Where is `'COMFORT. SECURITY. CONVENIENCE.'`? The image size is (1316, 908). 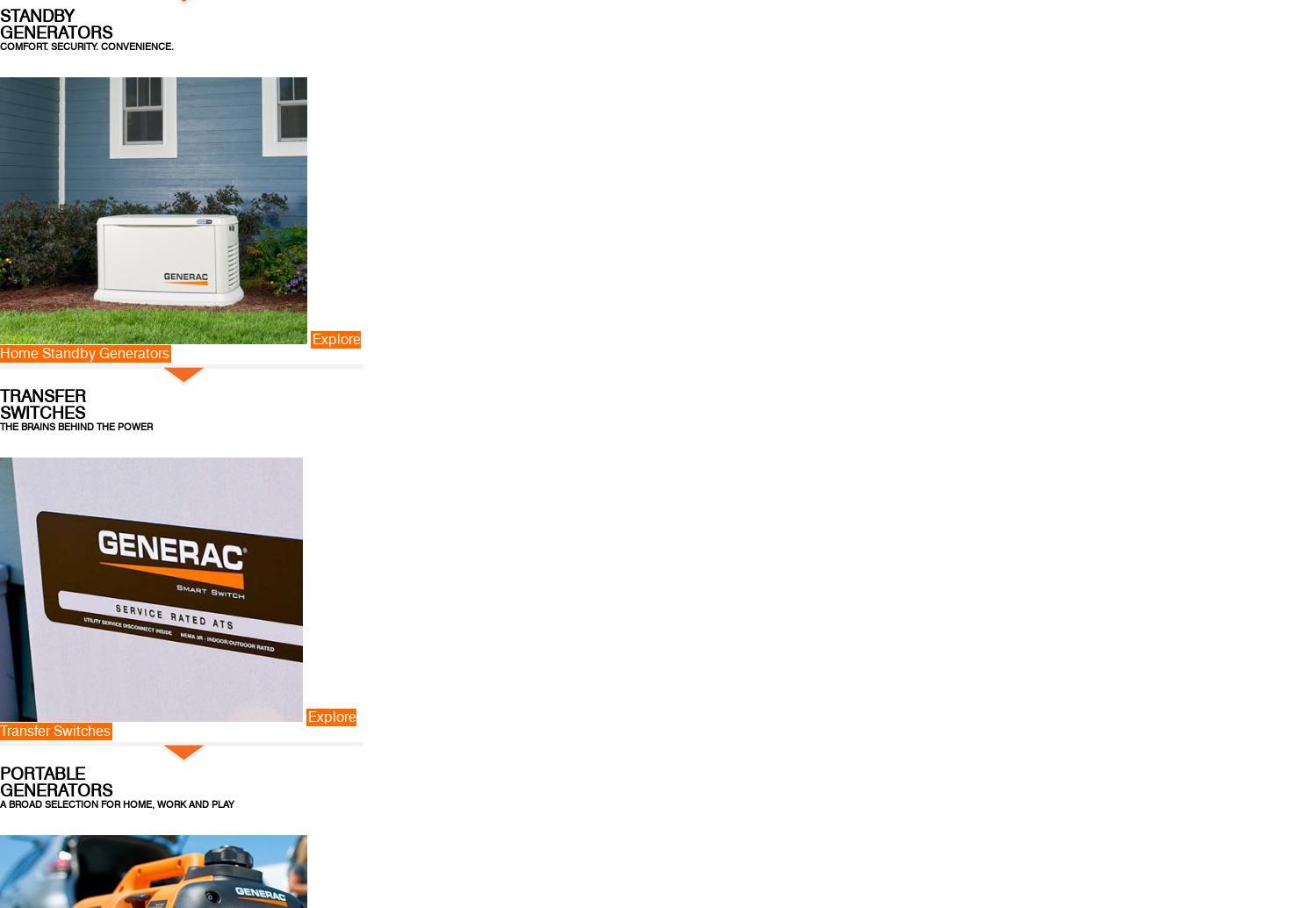 'COMFORT. SECURITY. CONVENIENCE.' is located at coordinates (85, 46).